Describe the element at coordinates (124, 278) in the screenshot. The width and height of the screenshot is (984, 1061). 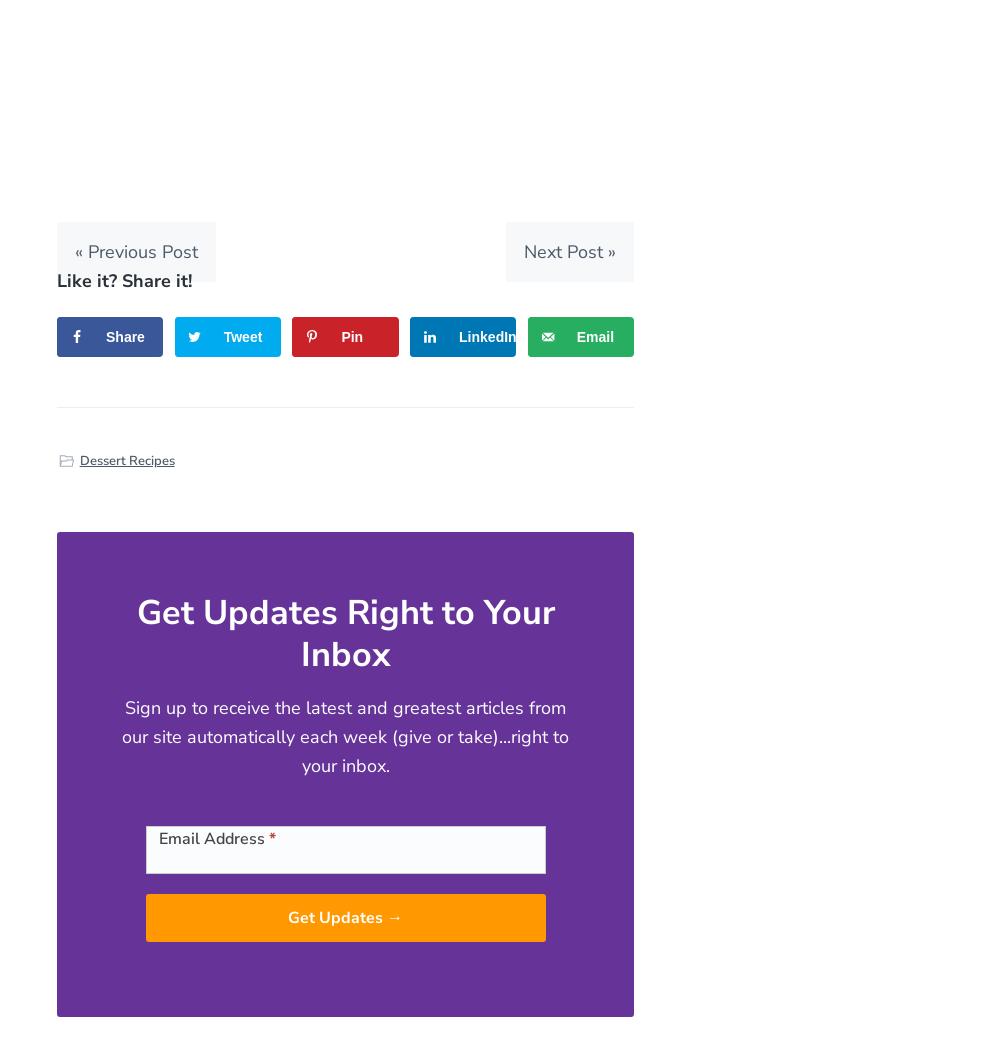
I see `'Like it? Share it!'` at that location.